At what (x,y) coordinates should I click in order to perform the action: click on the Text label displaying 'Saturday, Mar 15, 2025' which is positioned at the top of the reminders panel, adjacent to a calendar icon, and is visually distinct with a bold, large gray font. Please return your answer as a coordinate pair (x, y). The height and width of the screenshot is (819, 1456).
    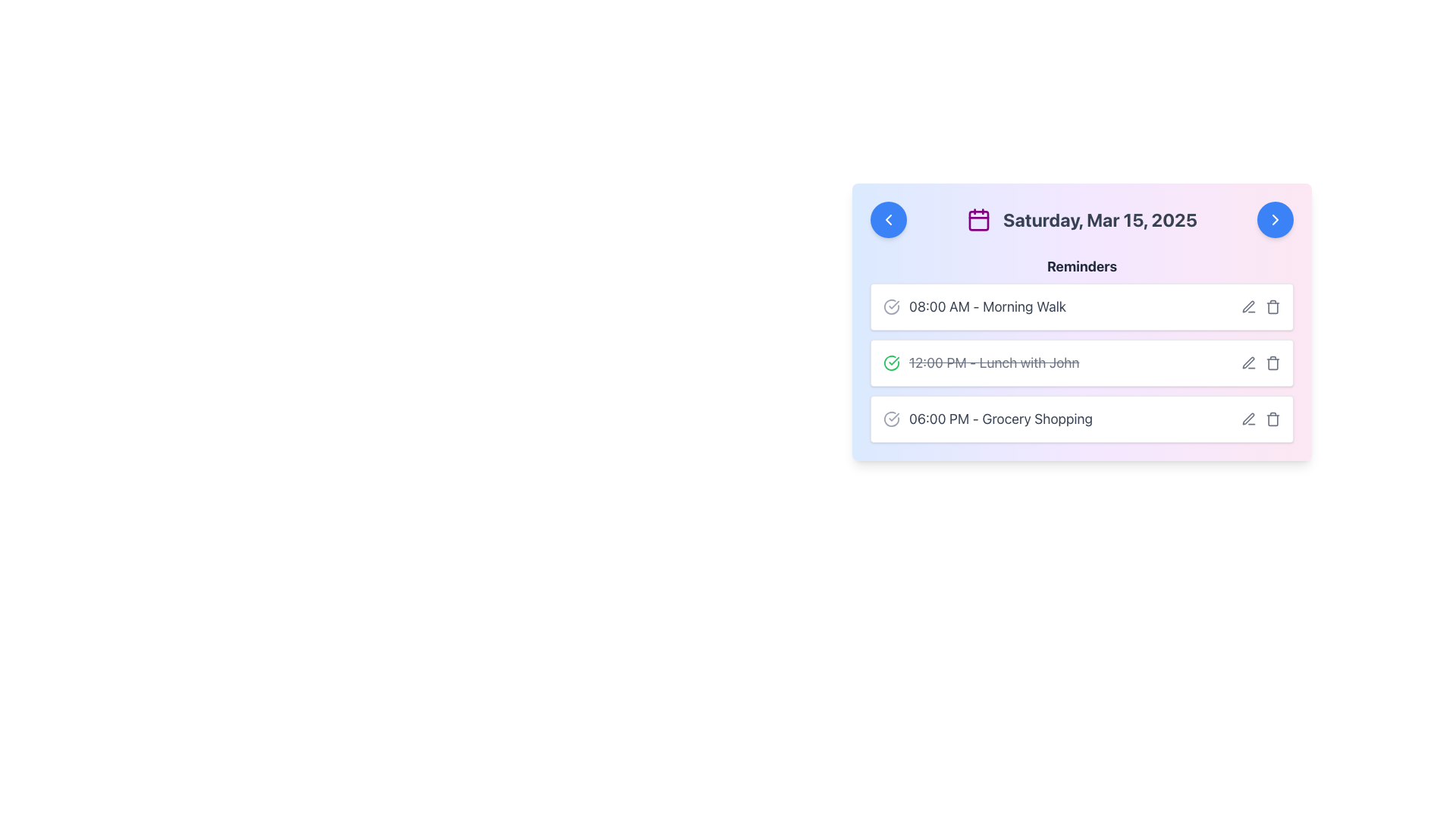
    Looking at the image, I should click on (1100, 219).